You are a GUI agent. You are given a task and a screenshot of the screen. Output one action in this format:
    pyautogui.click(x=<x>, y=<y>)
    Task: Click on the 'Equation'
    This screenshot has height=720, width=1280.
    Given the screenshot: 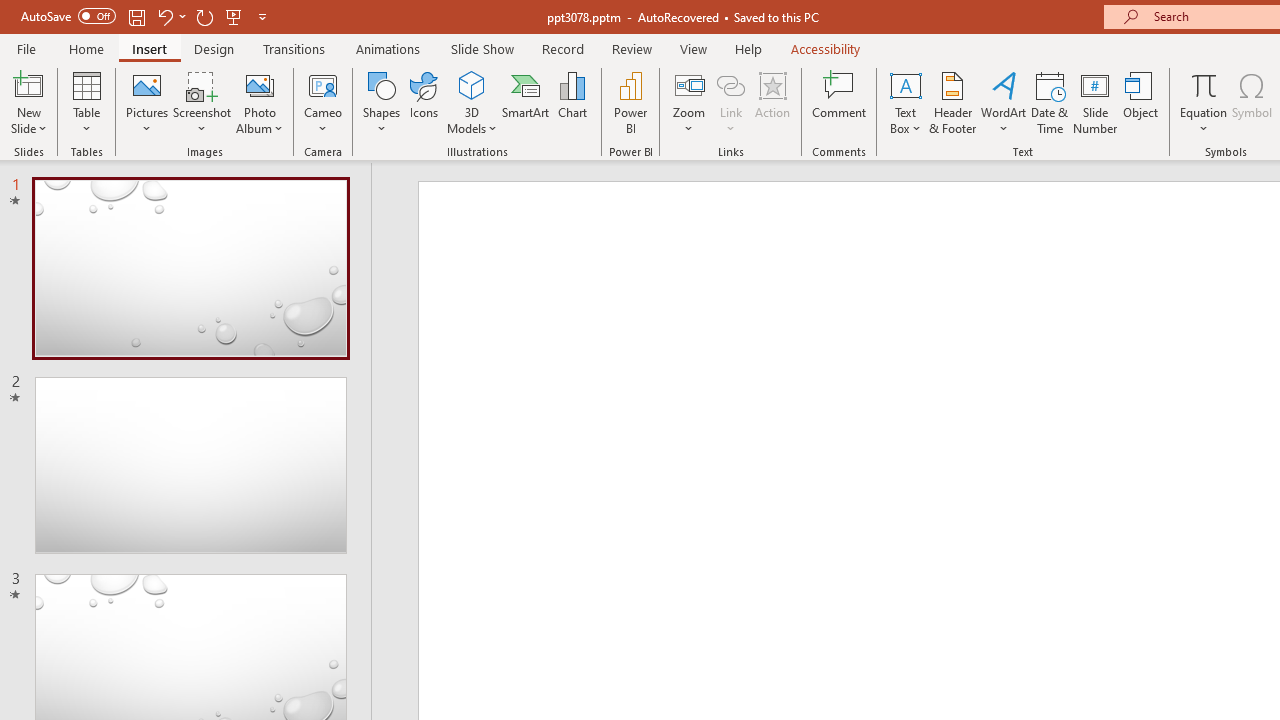 What is the action you would take?
    pyautogui.click(x=1202, y=103)
    